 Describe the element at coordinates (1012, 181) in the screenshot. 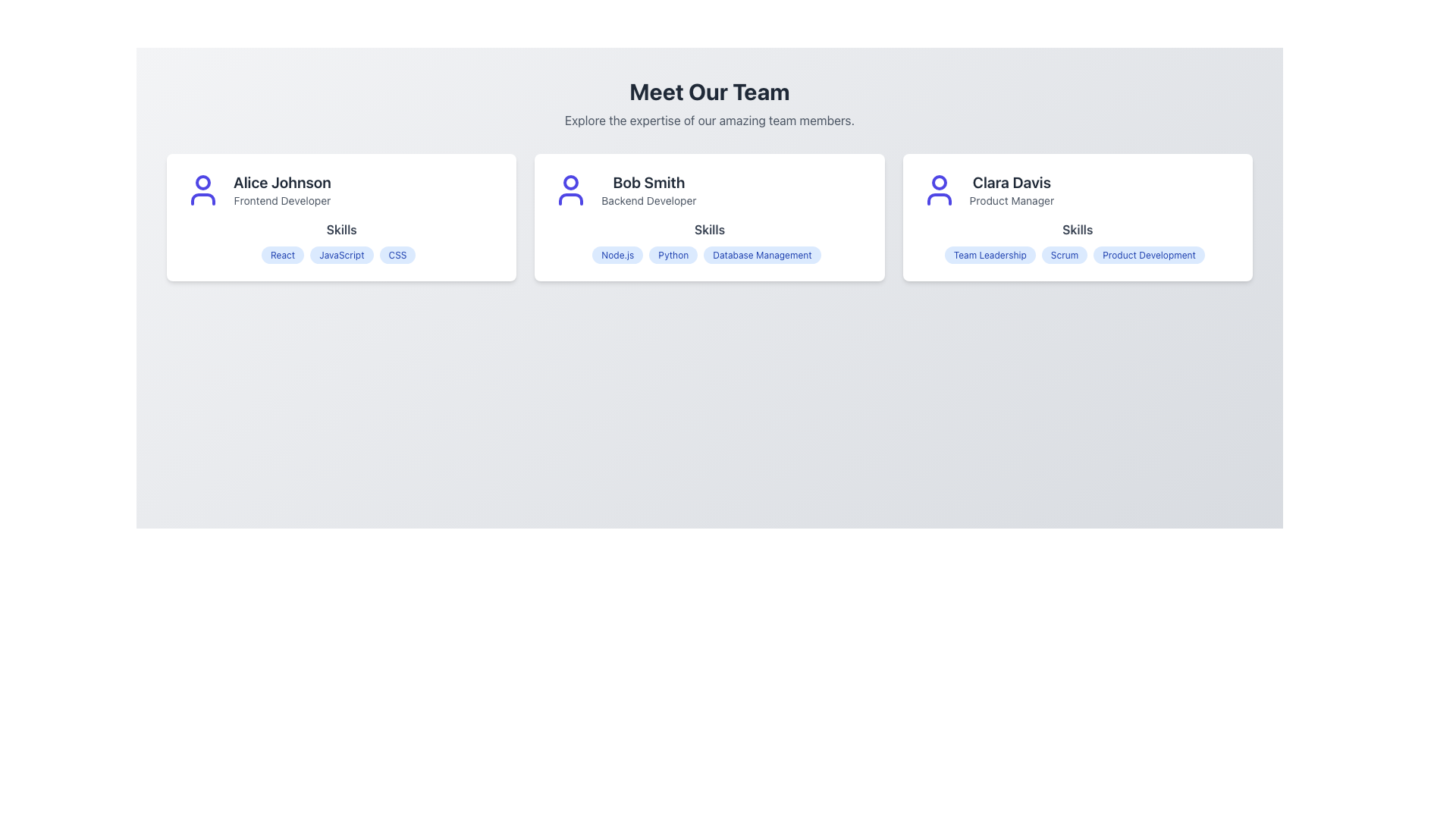

I see `the text element displaying the name of the individual profiled in the card, which is located in the rightmost column of a three-column layout, positioned above the 'Product Manager' label` at that location.